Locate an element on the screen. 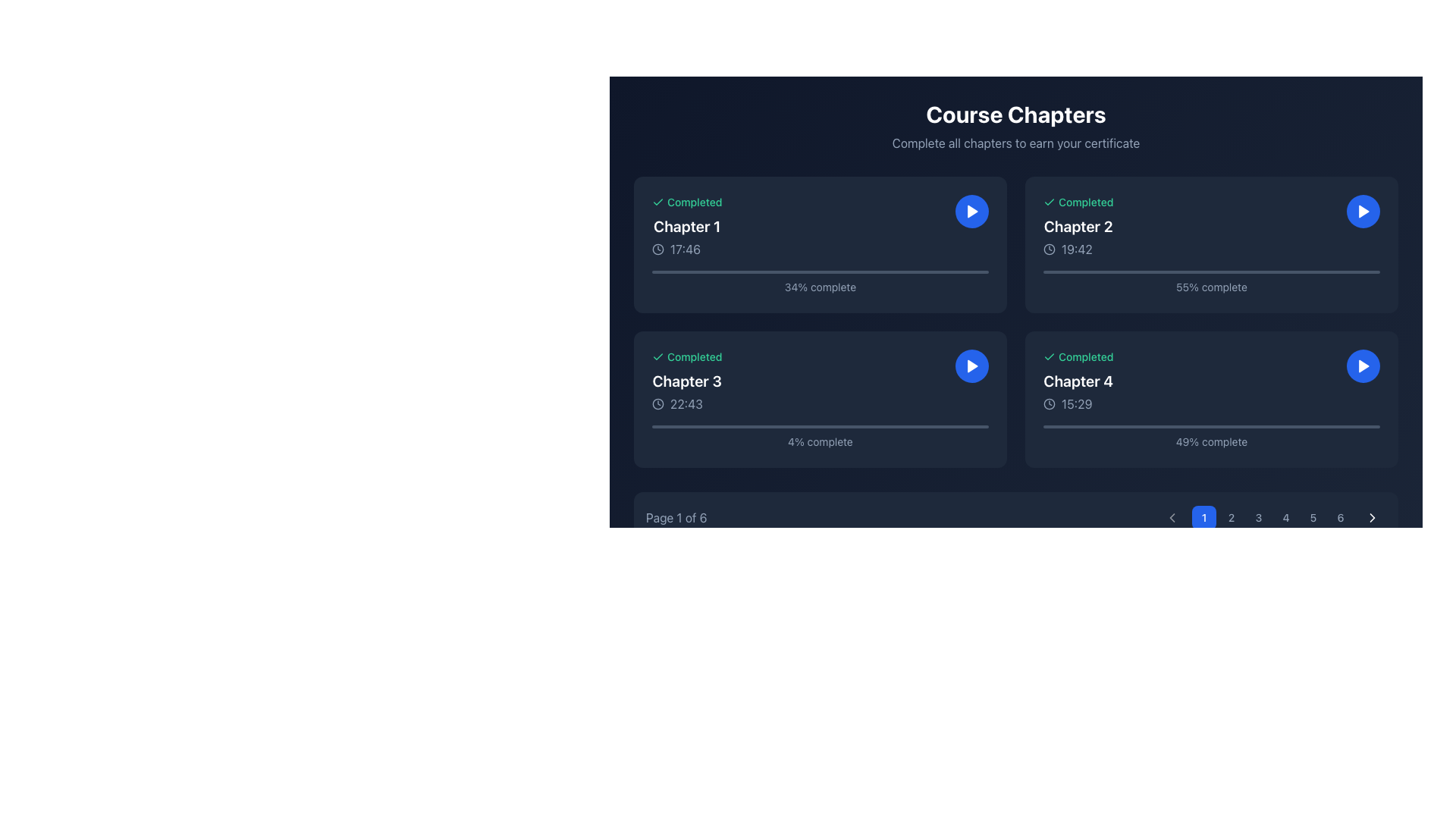 The width and height of the screenshot is (1456, 819). the play button located in the top-right corner of the second chapter card is located at coordinates (1363, 211).